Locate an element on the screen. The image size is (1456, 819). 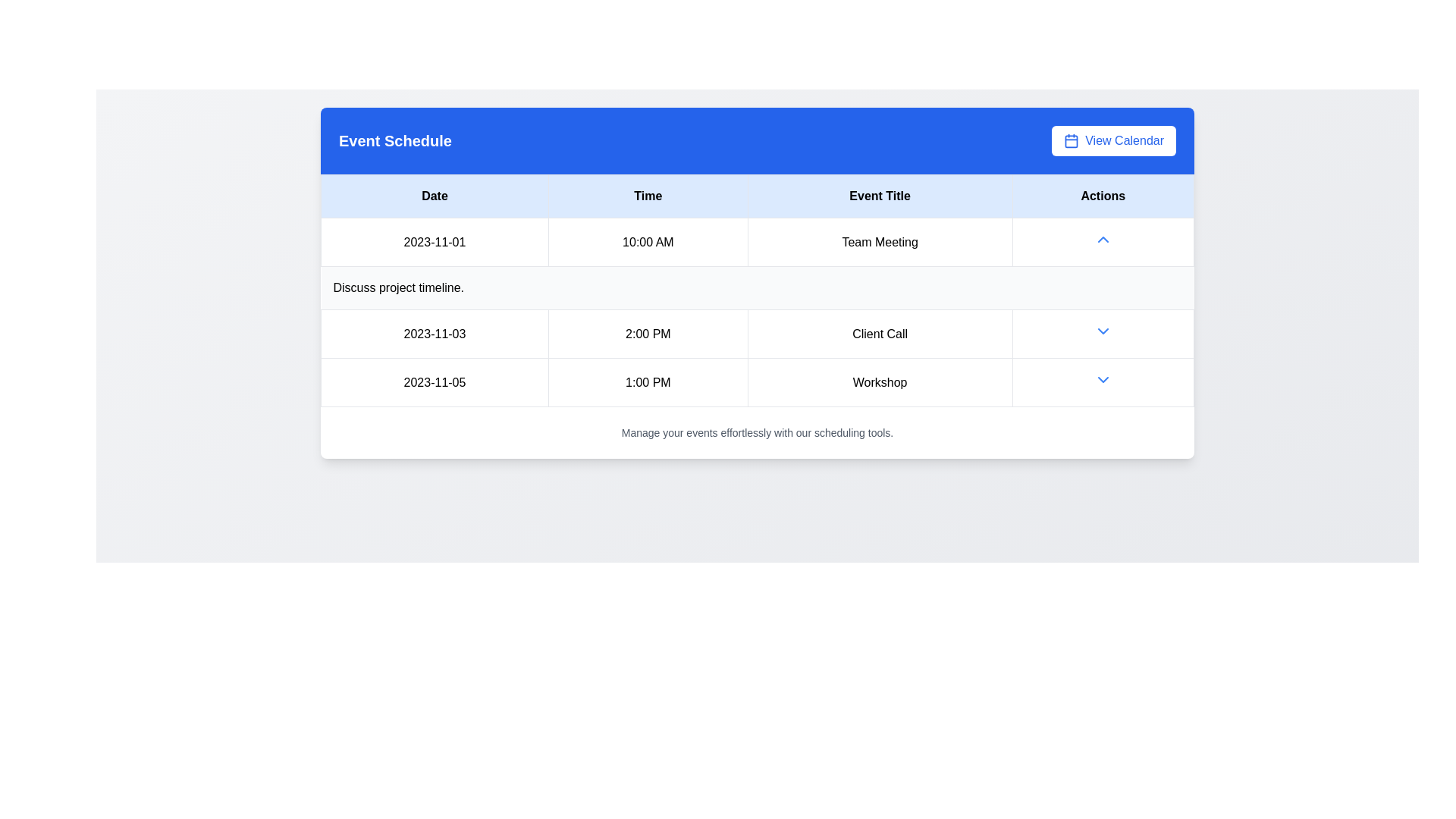
the upward-pointing blue chevron icon in the 'Actions' column of the 'Team Meeting' row is located at coordinates (1103, 239).